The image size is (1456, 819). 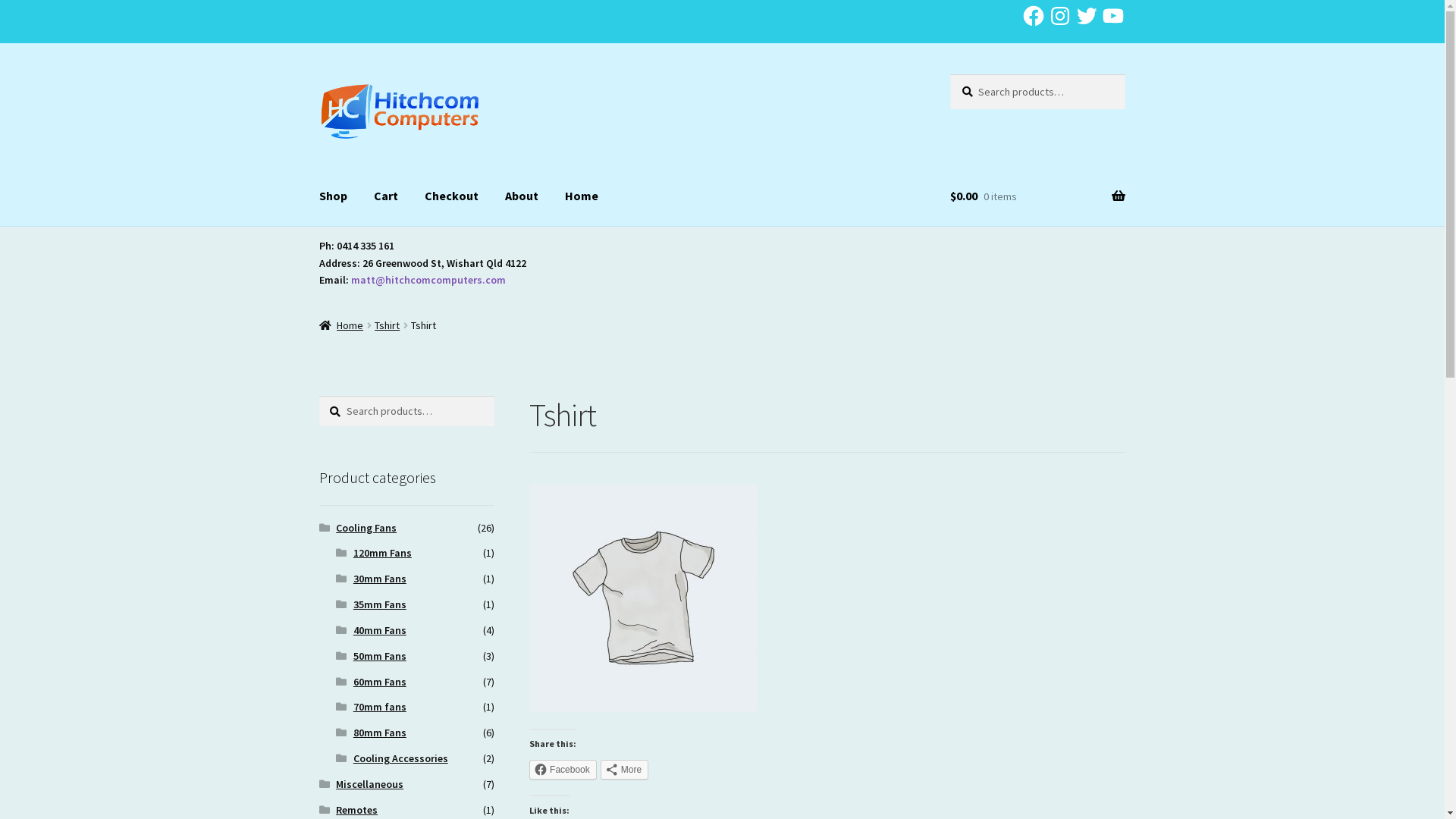 I want to click on 'Remotes', so click(x=356, y=809).